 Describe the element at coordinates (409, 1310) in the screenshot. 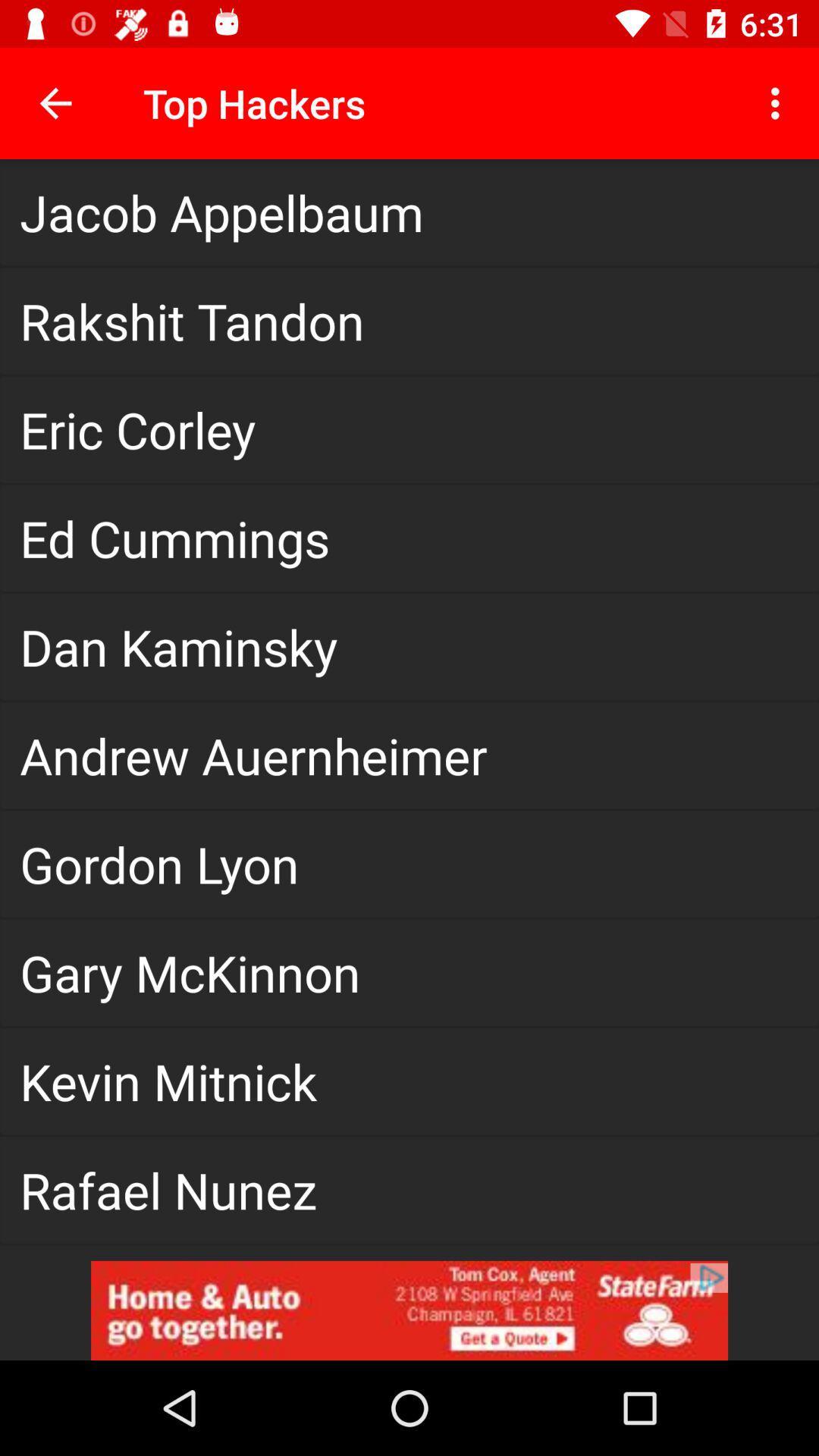

I see `click on advertisement` at that location.